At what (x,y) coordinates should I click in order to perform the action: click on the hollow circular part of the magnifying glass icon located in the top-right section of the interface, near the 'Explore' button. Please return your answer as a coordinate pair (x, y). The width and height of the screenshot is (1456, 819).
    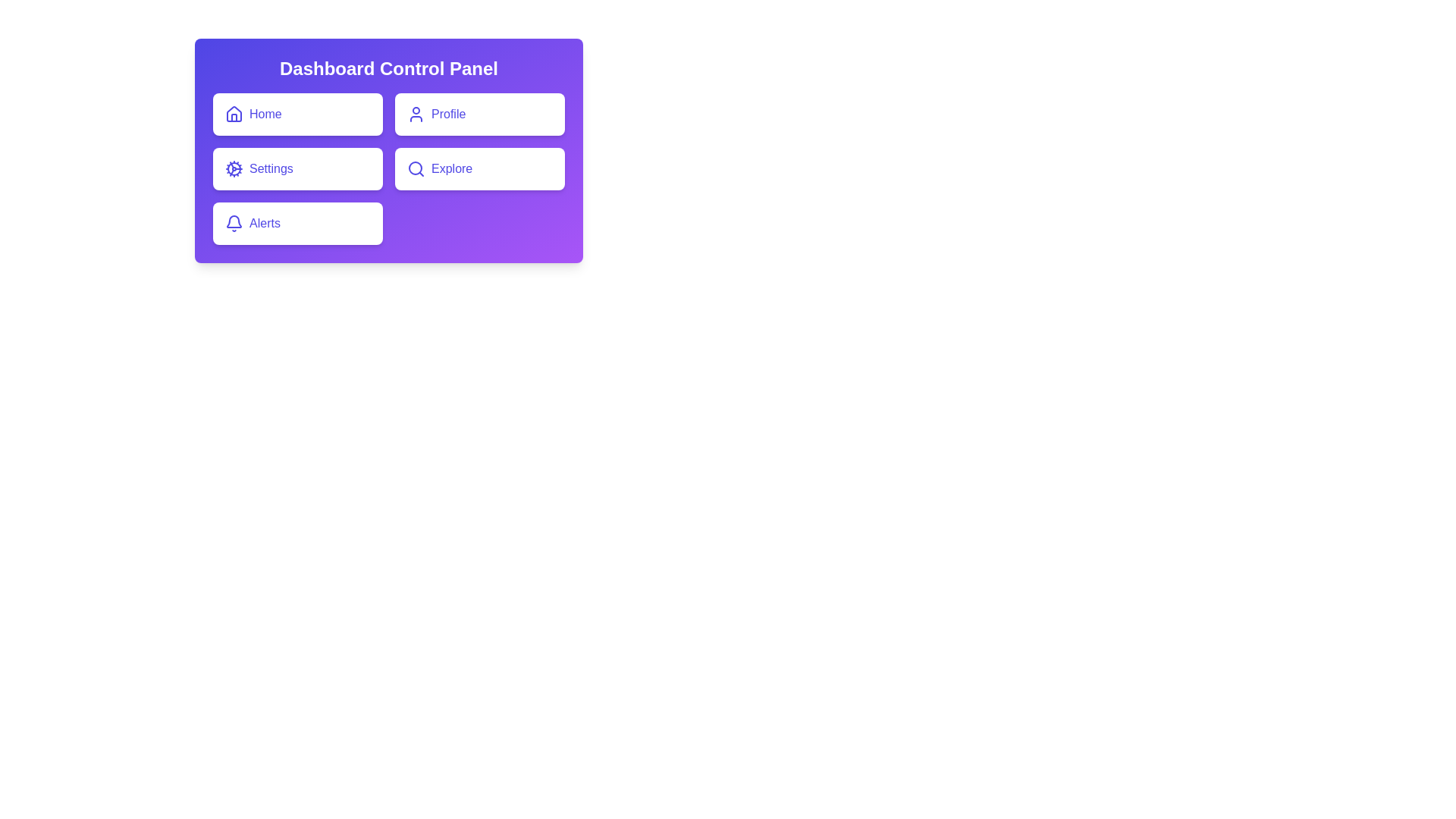
    Looking at the image, I should click on (415, 168).